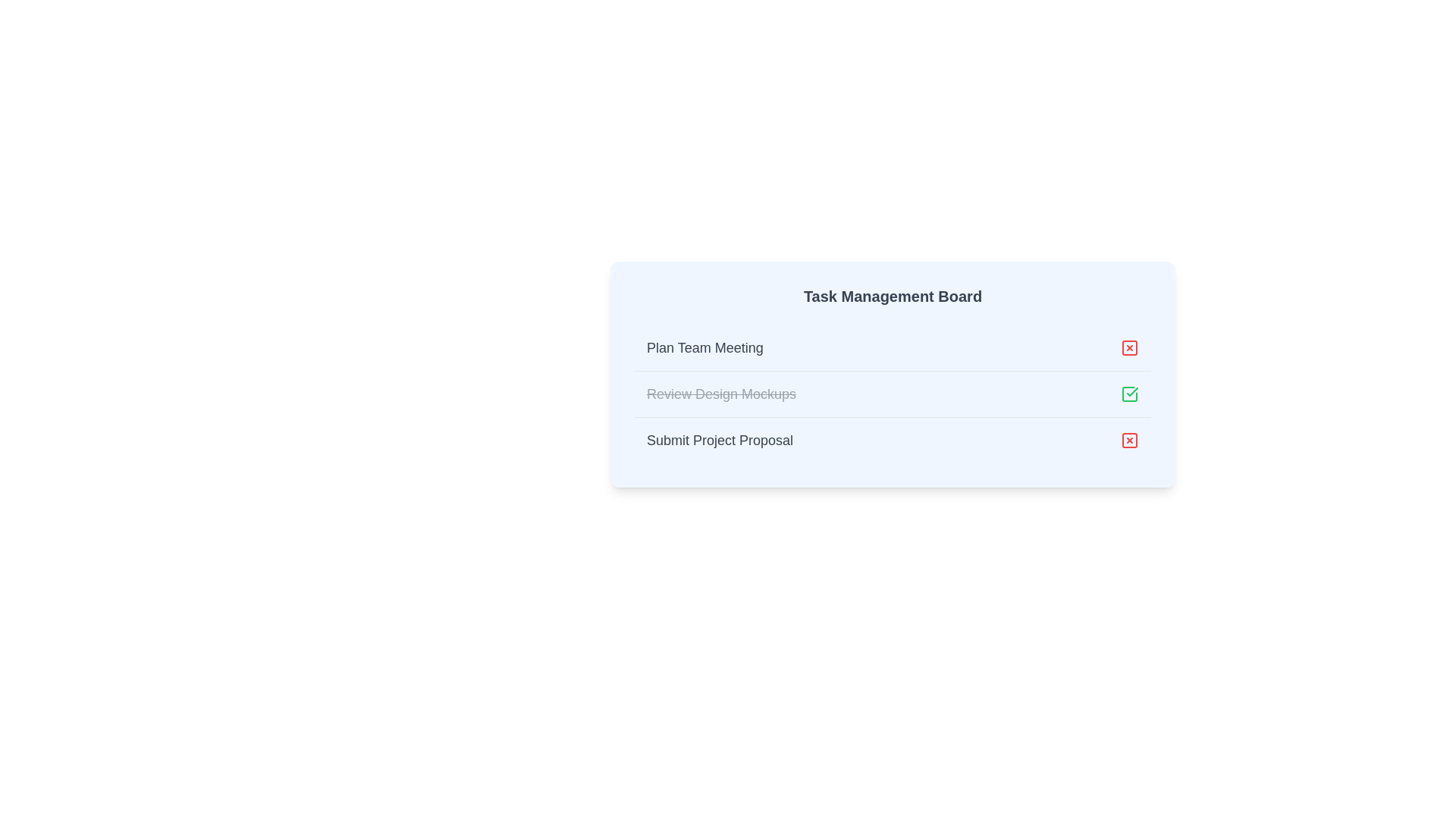 The image size is (1456, 819). Describe the element at coordinates (1129, 394) in the screenshot. I see `the completion status of the 'Review Design Mockups' task icon located in the rightmost column of the second row under the 'Task Management Board' section` at that location.